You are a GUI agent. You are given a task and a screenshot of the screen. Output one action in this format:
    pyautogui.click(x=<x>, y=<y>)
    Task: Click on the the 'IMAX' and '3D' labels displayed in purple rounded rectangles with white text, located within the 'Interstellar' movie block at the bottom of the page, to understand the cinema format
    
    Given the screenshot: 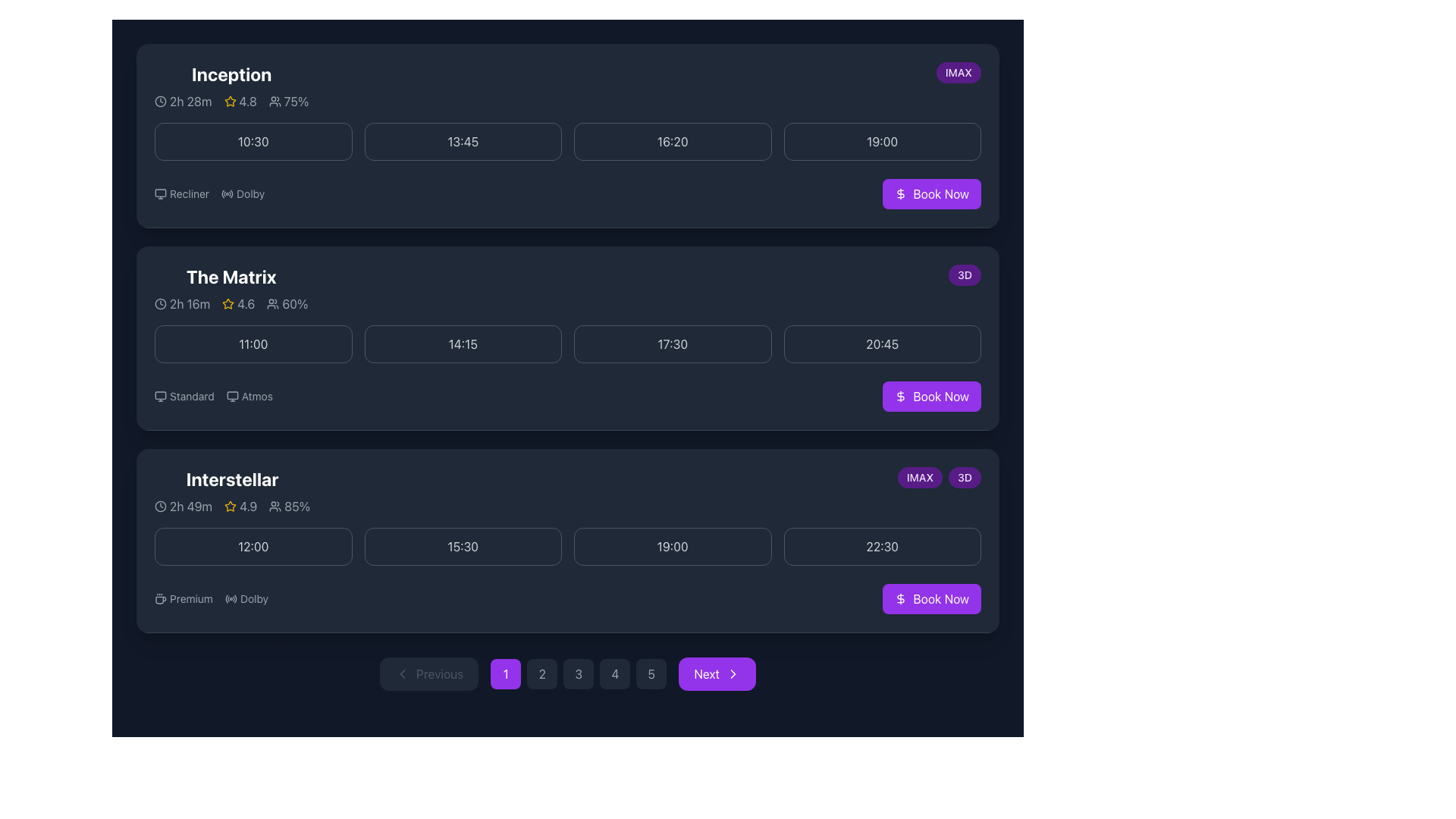 What is the action you would take?
    pyautogui.click(x=938, y=476)
    